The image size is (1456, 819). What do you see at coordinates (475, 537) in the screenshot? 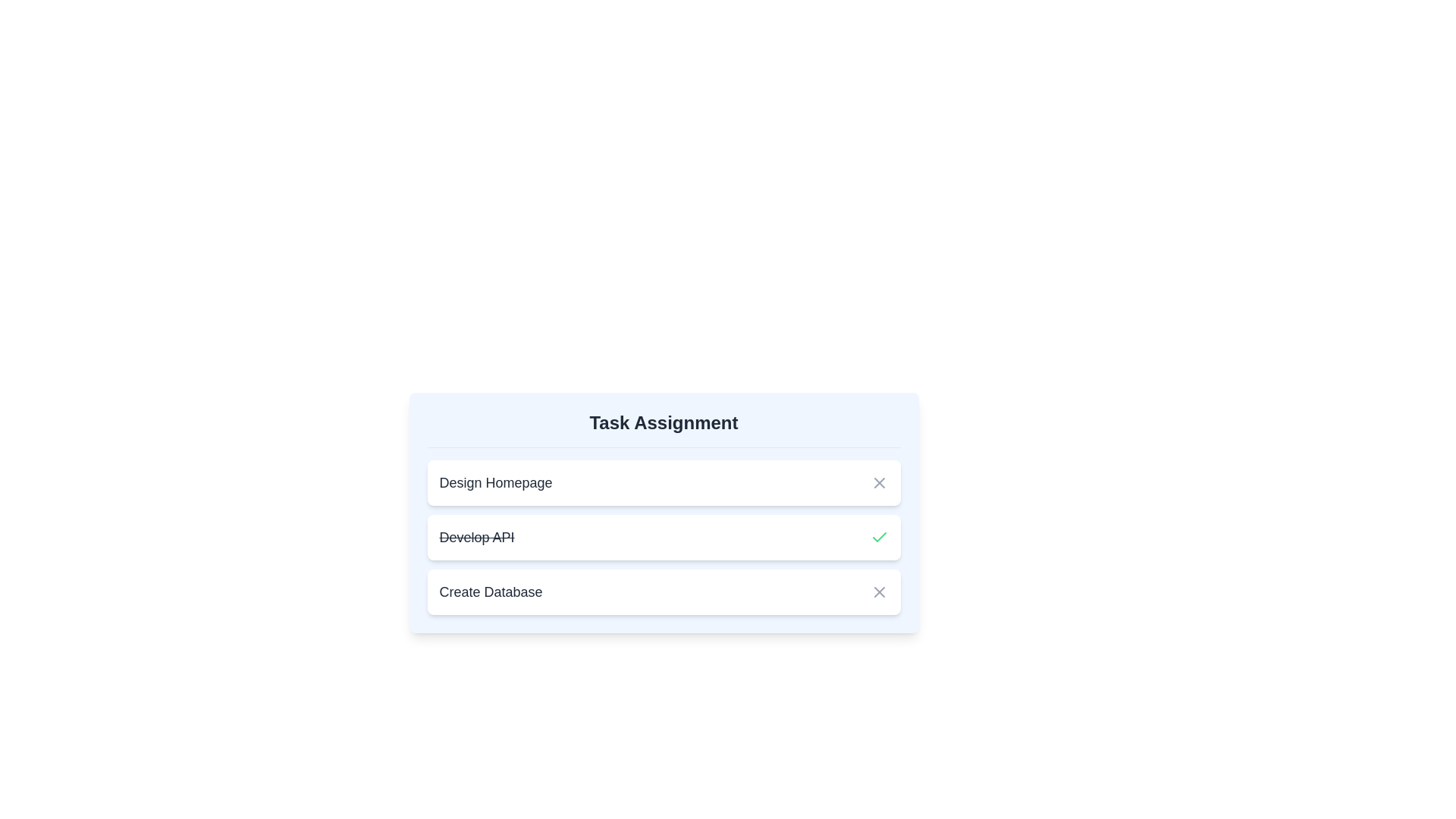
I see `the 'Develop API' text label, which is styled with a strikethrough to indicate it is marked as completed or inactive` at bounding box center [475, 537].